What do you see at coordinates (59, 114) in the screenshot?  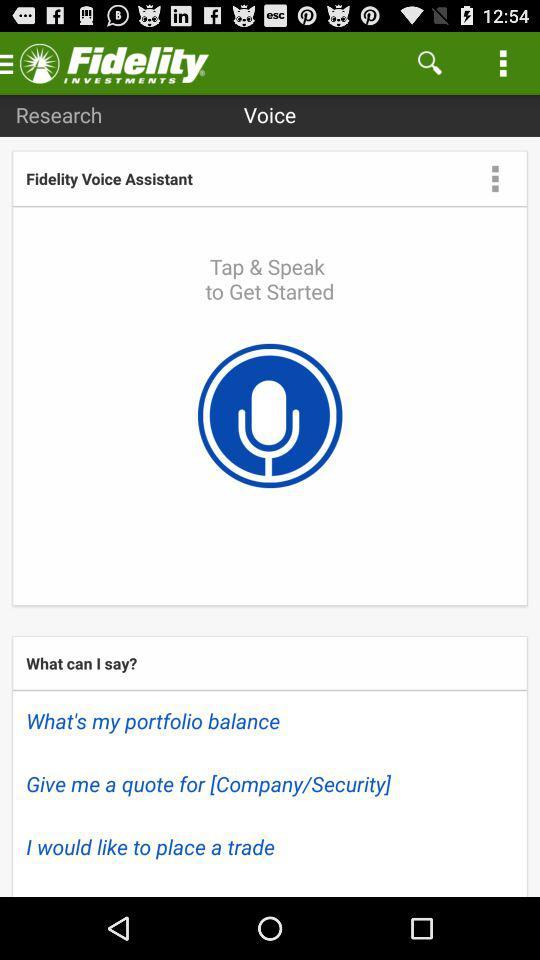 I see `item above the fidelity voice assistant app` at bounding box center [59, 114].